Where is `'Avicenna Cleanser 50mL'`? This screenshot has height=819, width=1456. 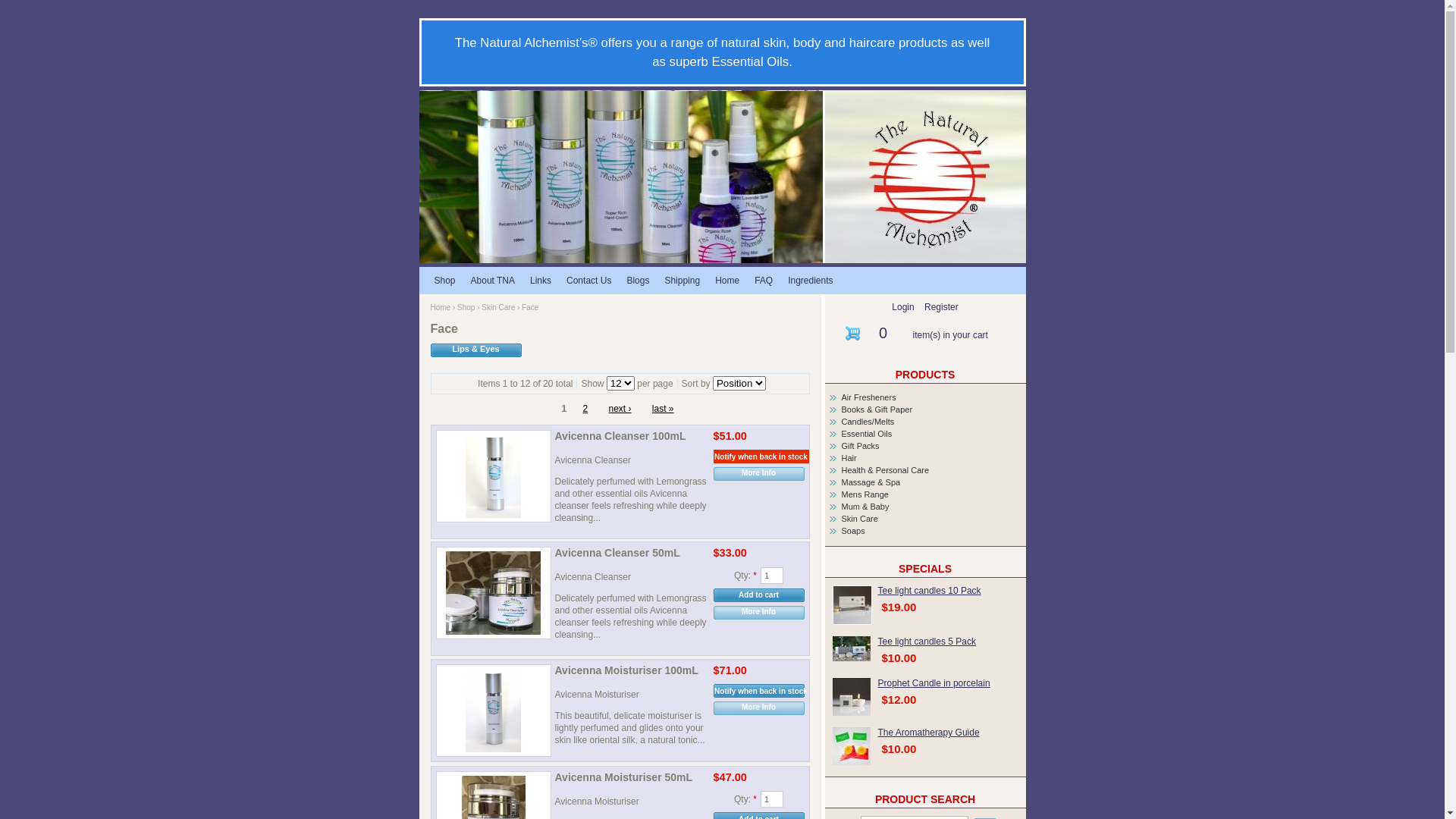
'Avicenna Cleanser 50mL' is located at coordinates (631, 554).